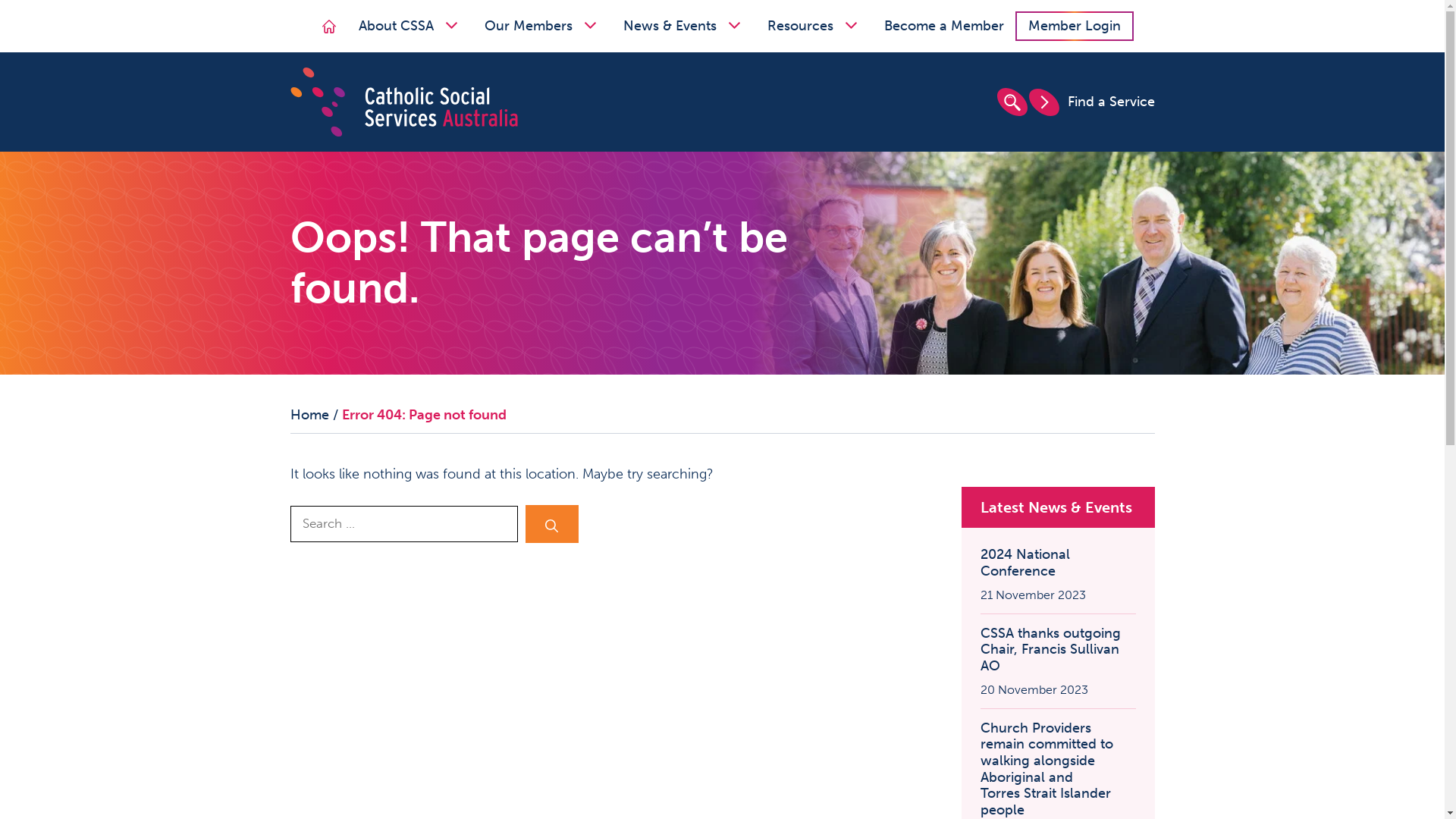  Describe the element at coordinates (403, 100) in the screenshot. I see `'Catholic Social Services Australia'` at that location.